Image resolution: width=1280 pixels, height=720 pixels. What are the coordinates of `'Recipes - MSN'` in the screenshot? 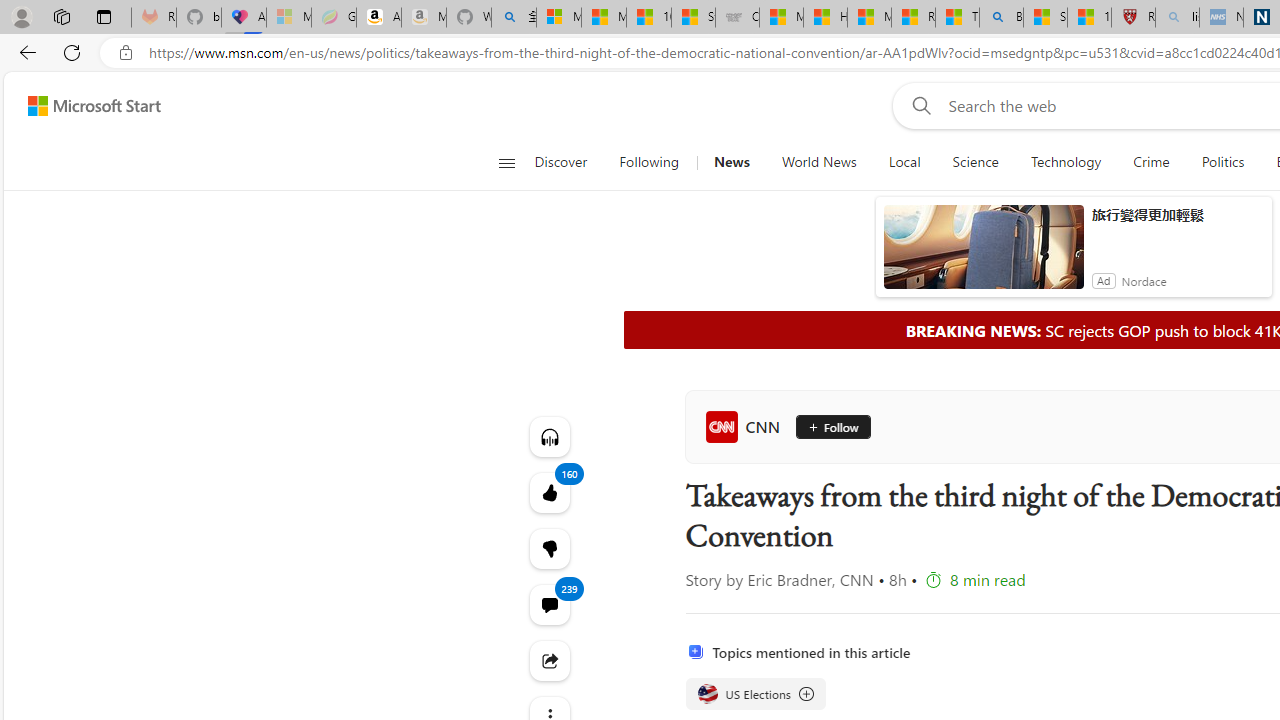 It's located at (912, 17).